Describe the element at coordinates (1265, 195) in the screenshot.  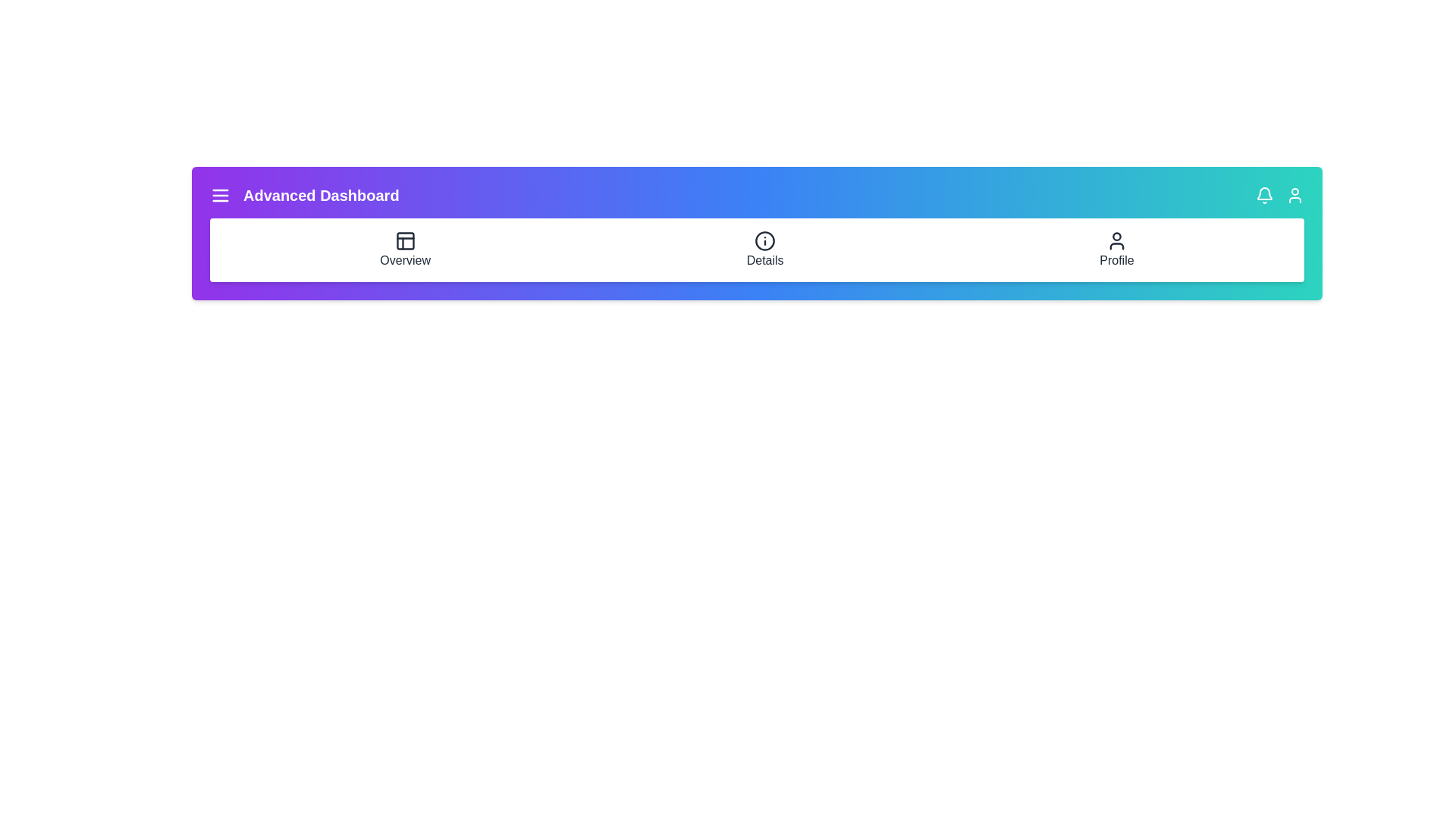
I see `the bell icon to view notifications` at that location.